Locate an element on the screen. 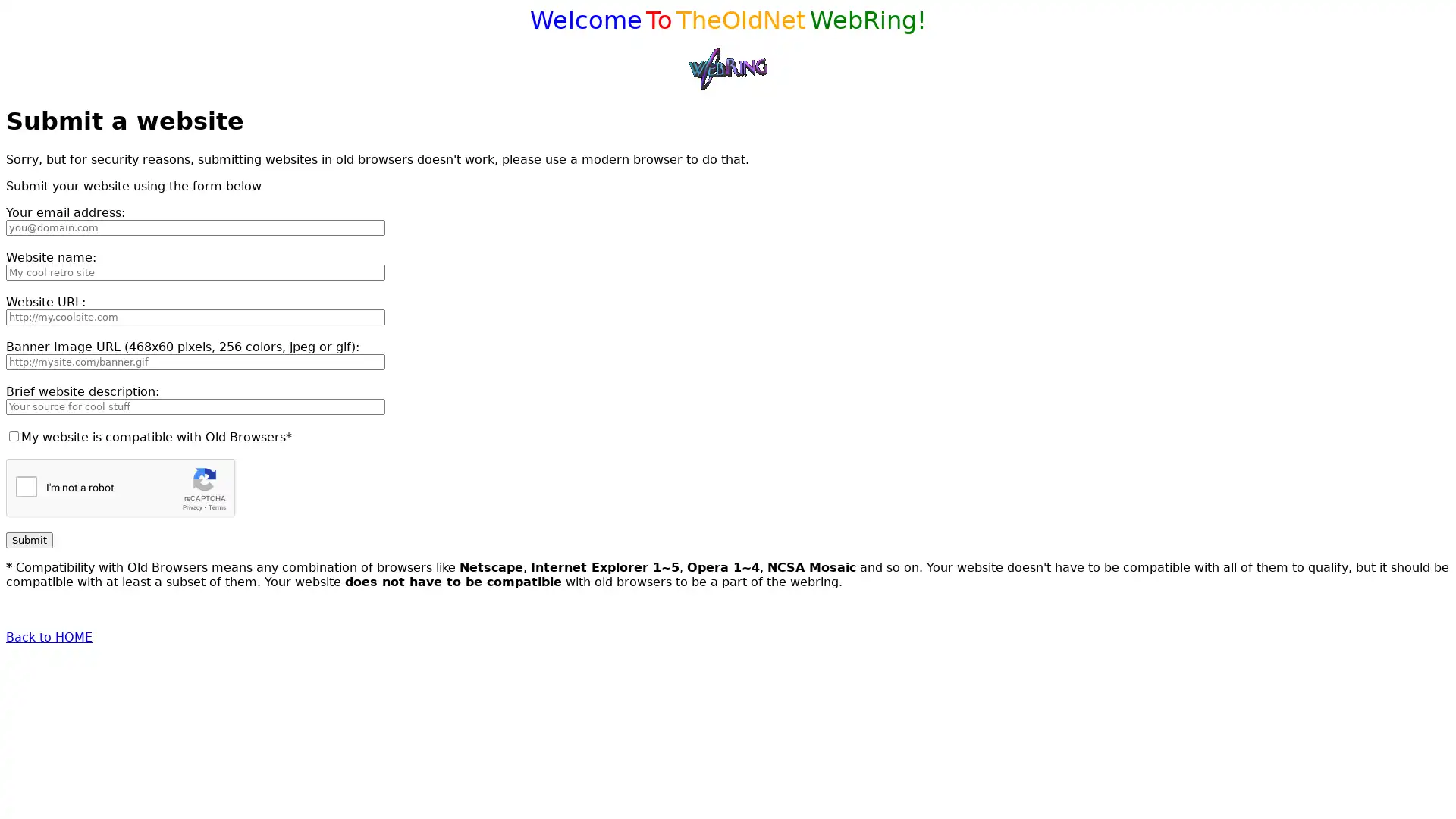  Submit is located at coordinates (29, 538).